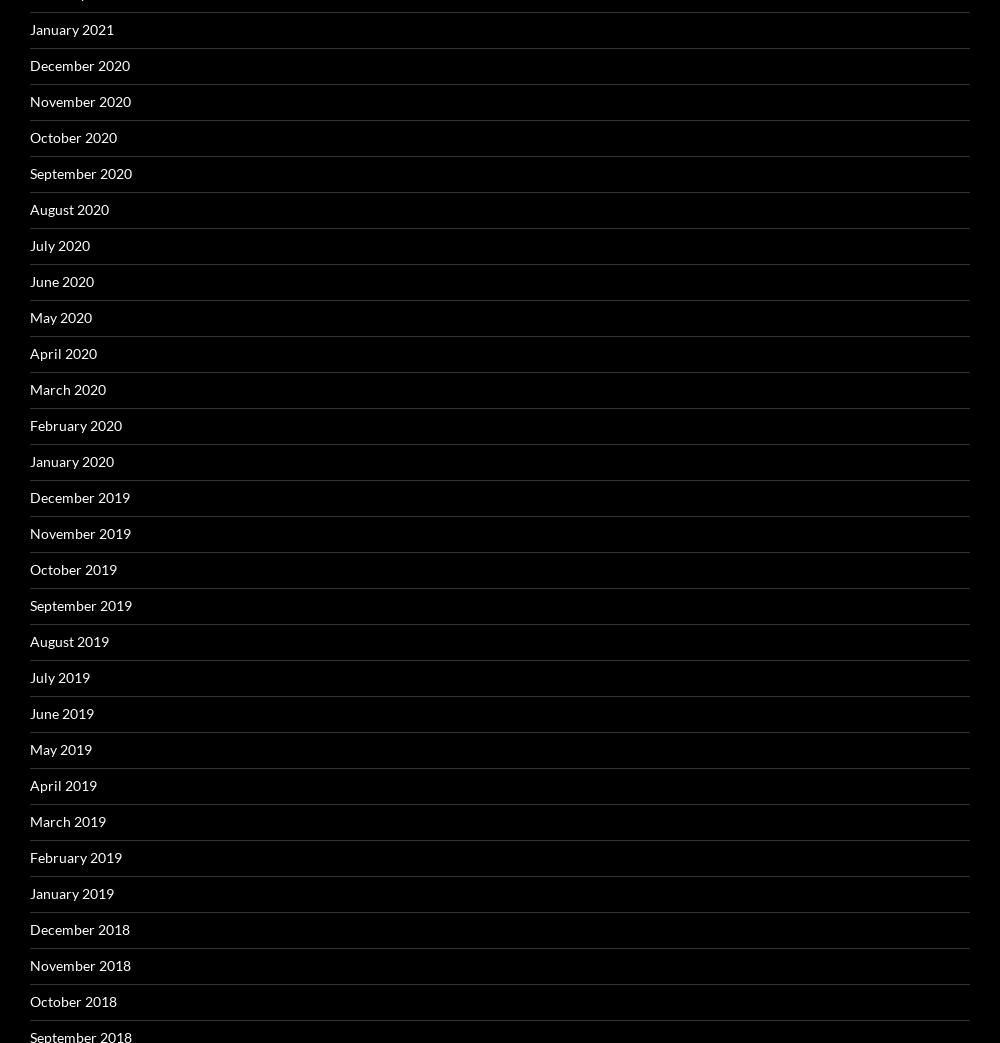 The width and height of the screenshot is (1000, 1043). What do you see at coordinates (62, 784) in the screenshot?
I see `'April 2019'` at bounding box center [62, 784].